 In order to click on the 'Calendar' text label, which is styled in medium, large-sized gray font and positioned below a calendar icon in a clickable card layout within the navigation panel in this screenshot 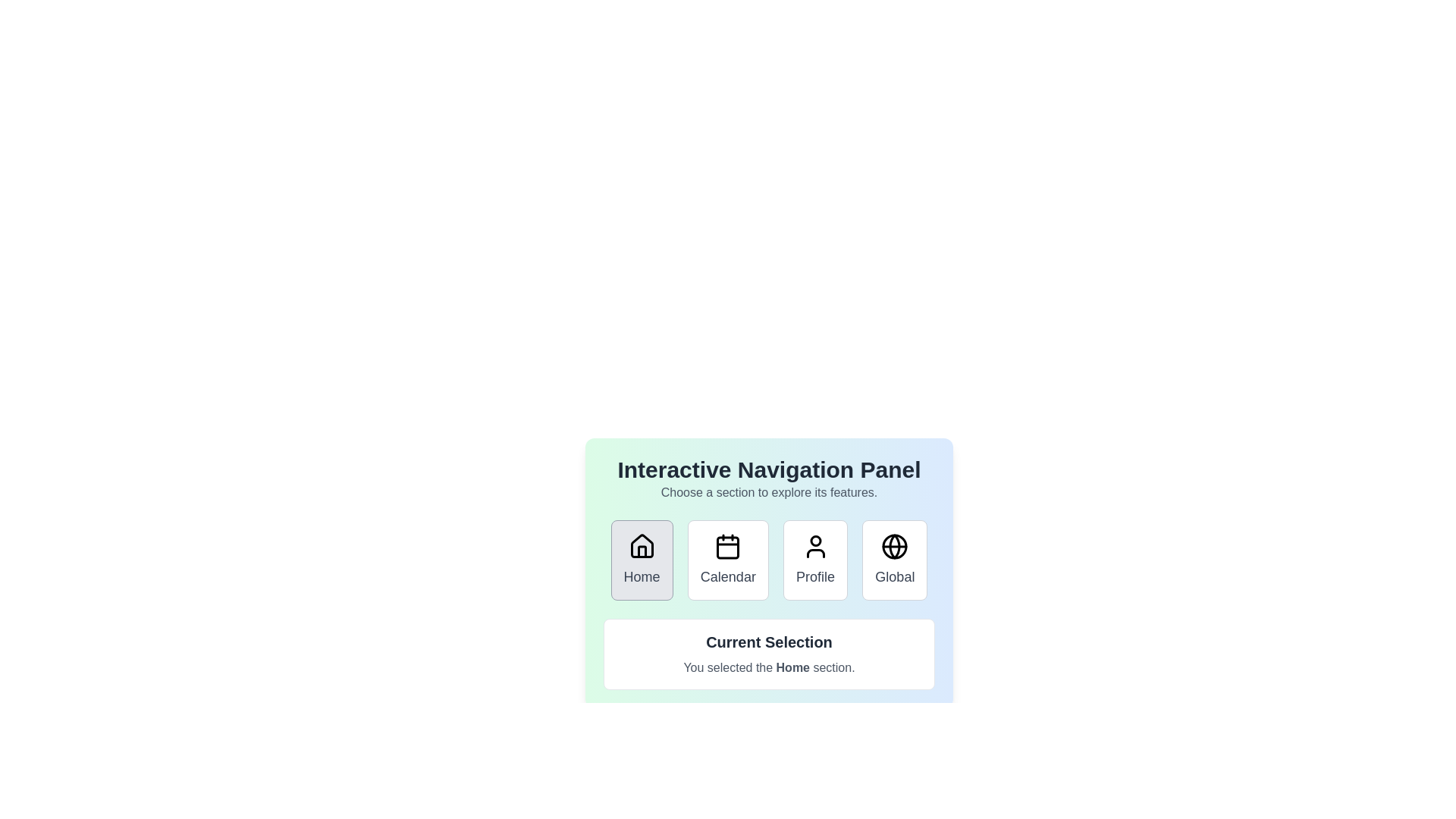, I will do `click(728, 576)`.